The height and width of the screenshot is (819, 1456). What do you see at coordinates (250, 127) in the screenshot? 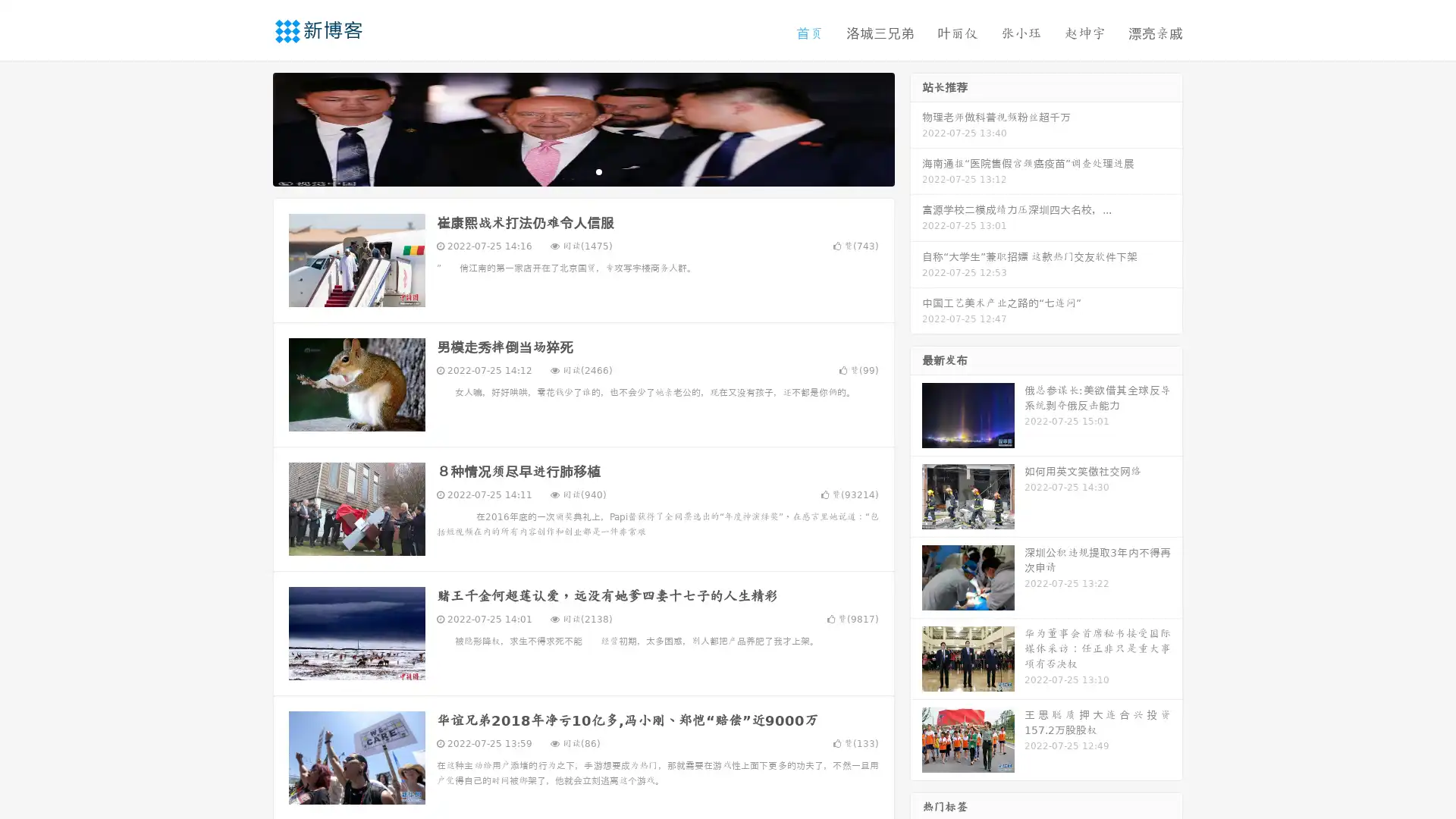
I see `Previous slide` at bounding box center [250, 127].